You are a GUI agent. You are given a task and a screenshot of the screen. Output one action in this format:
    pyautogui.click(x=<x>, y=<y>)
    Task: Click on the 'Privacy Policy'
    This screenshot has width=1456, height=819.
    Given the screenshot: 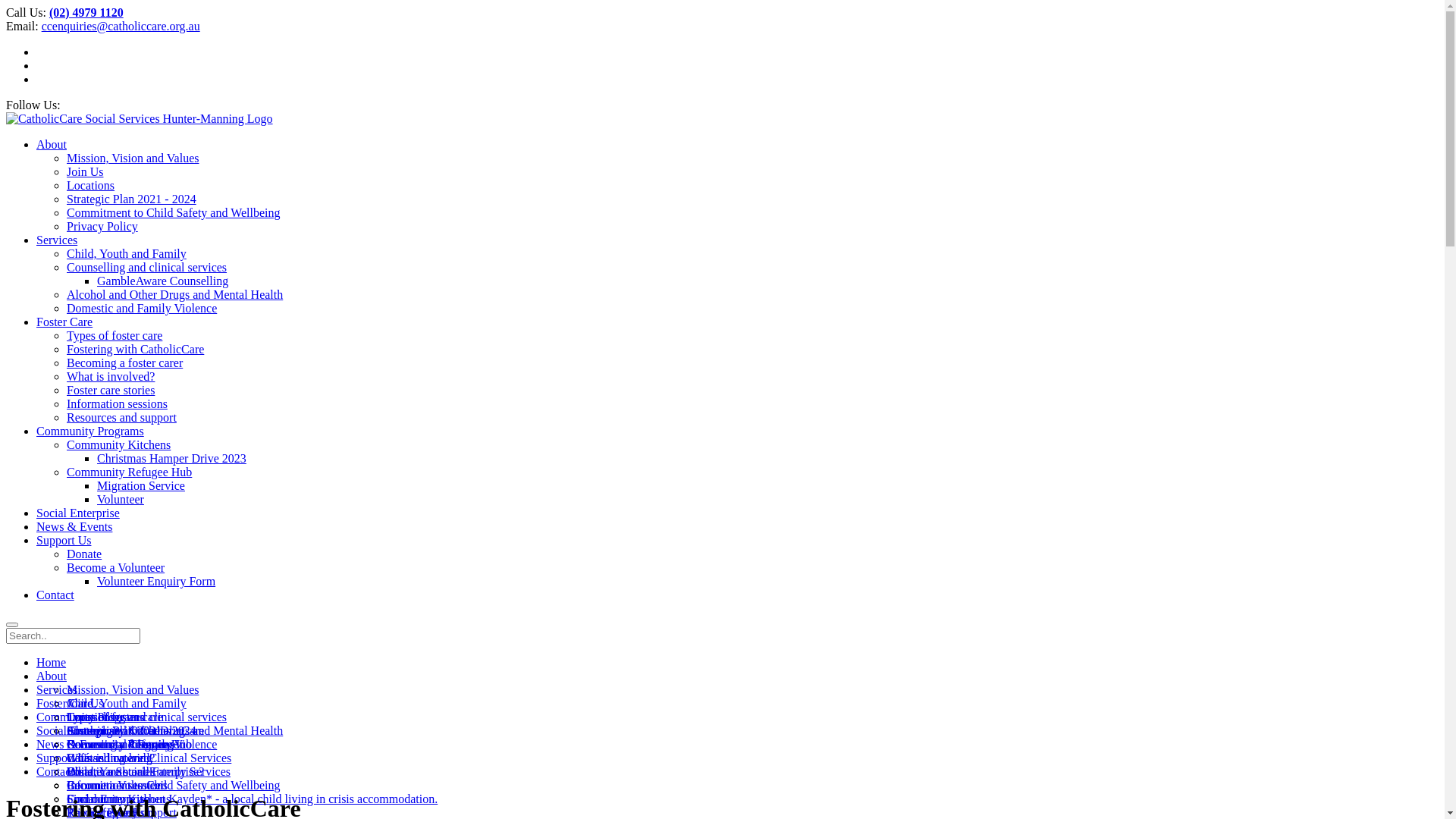 What is the action you would take?
    pyautogui.click(x=101, y=226)
    